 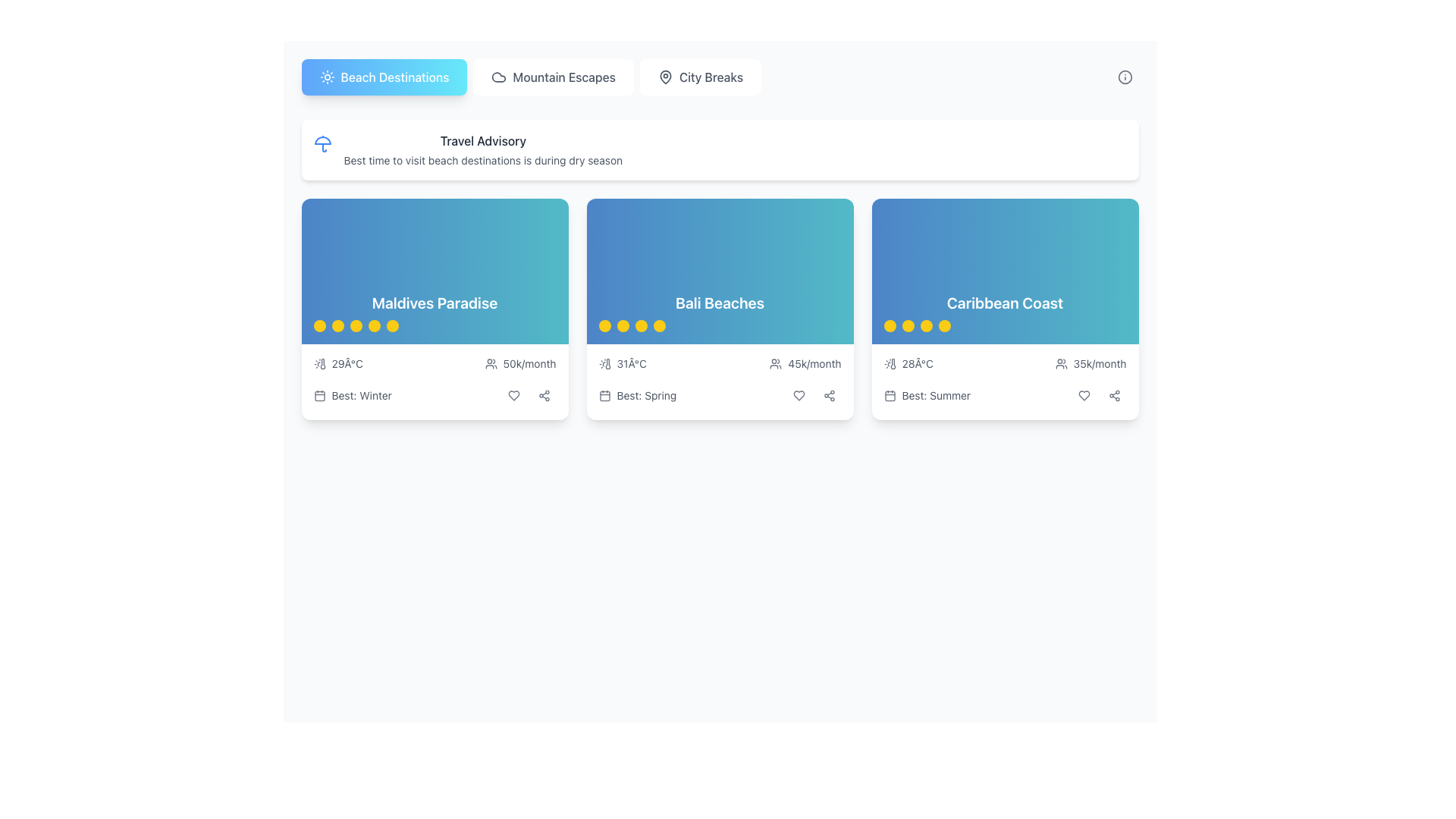 I want to click on the information Text label in the lower section of the first destination card, which indicates the best time of year to visit, located next to a small calendar icon, so click(x=361, y=394).